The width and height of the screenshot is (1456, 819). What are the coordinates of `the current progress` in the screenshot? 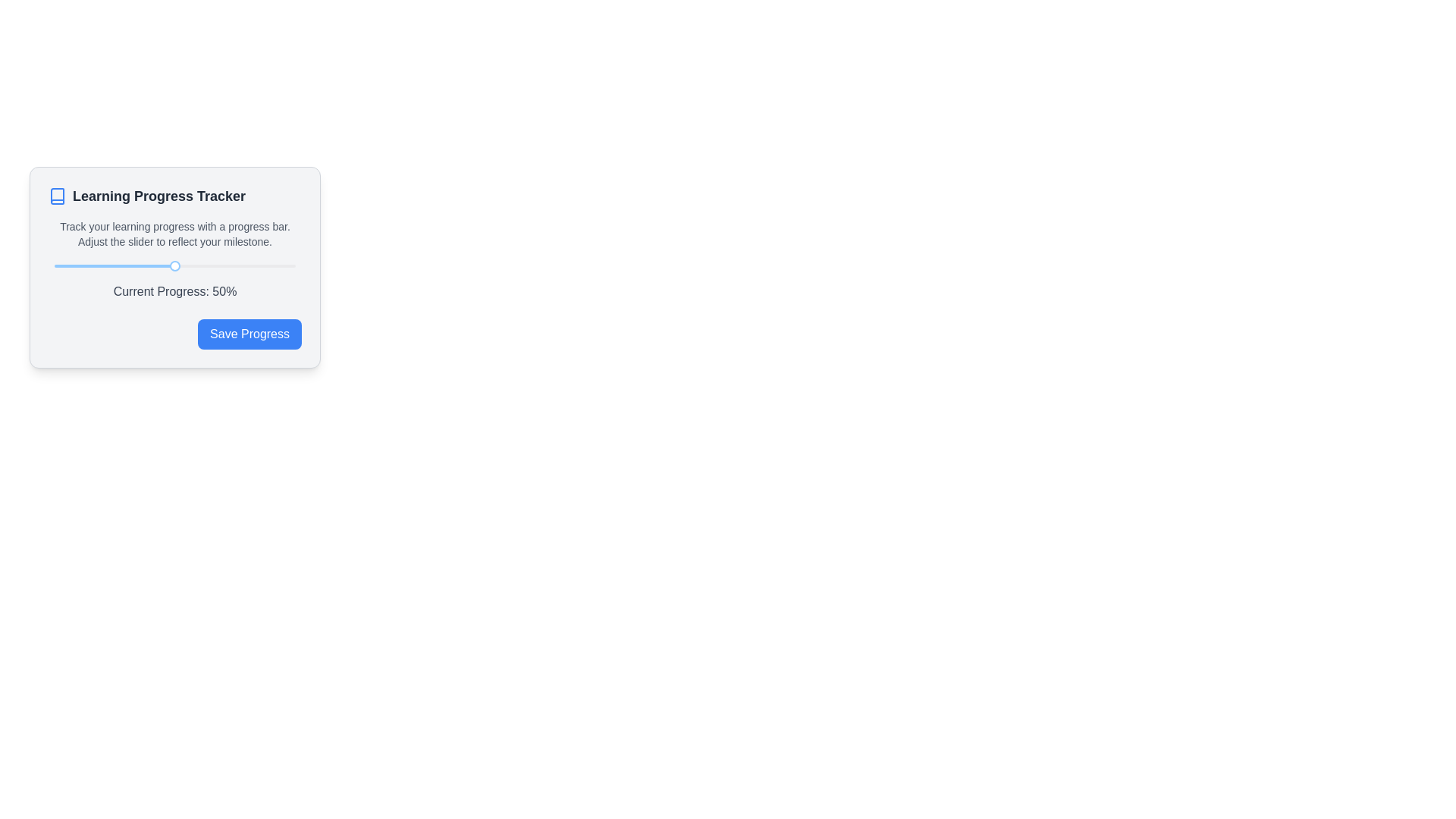 It's located at (109, 265).